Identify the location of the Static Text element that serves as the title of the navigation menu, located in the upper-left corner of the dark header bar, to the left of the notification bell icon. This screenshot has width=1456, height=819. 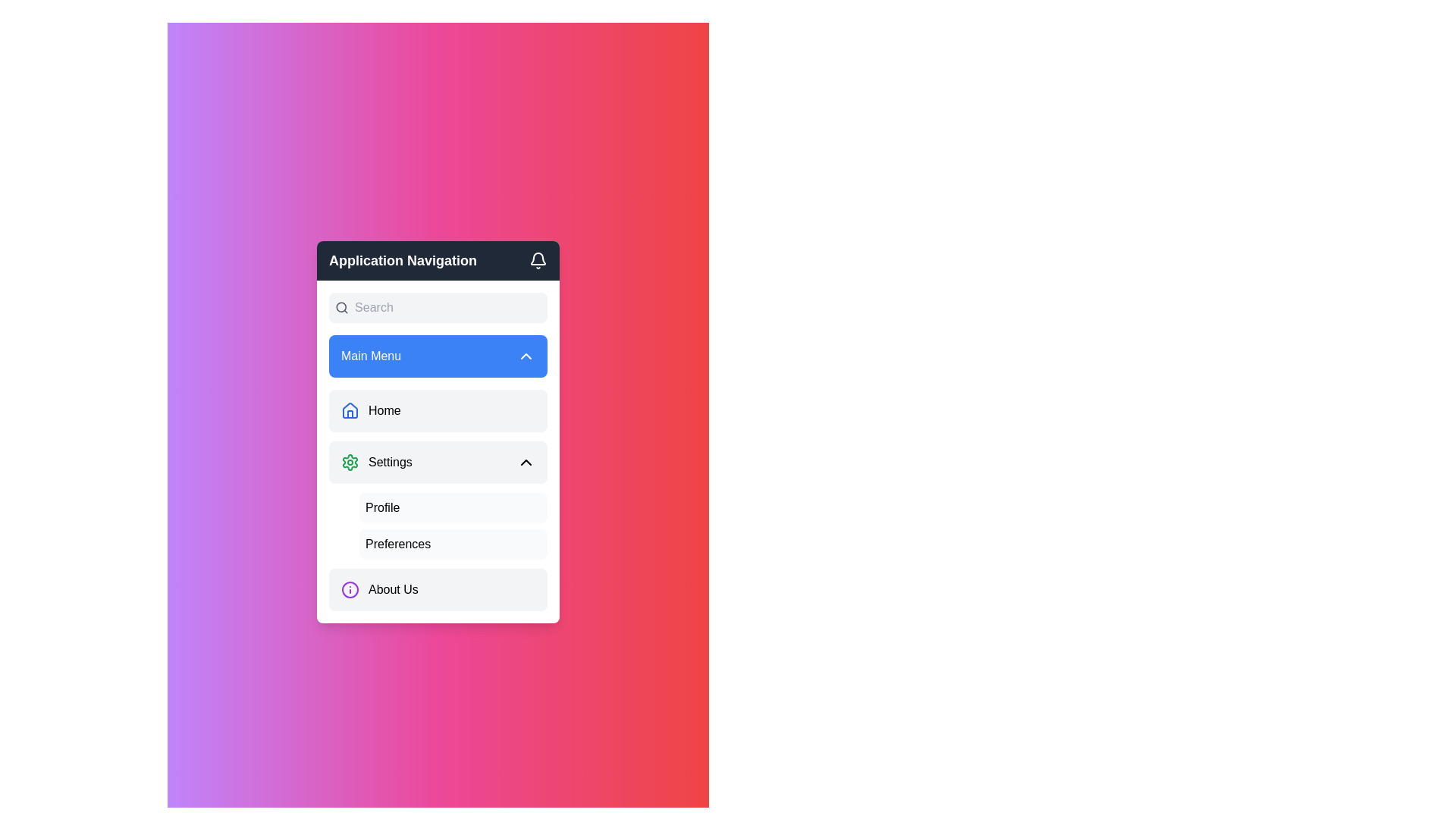
(403, 259).